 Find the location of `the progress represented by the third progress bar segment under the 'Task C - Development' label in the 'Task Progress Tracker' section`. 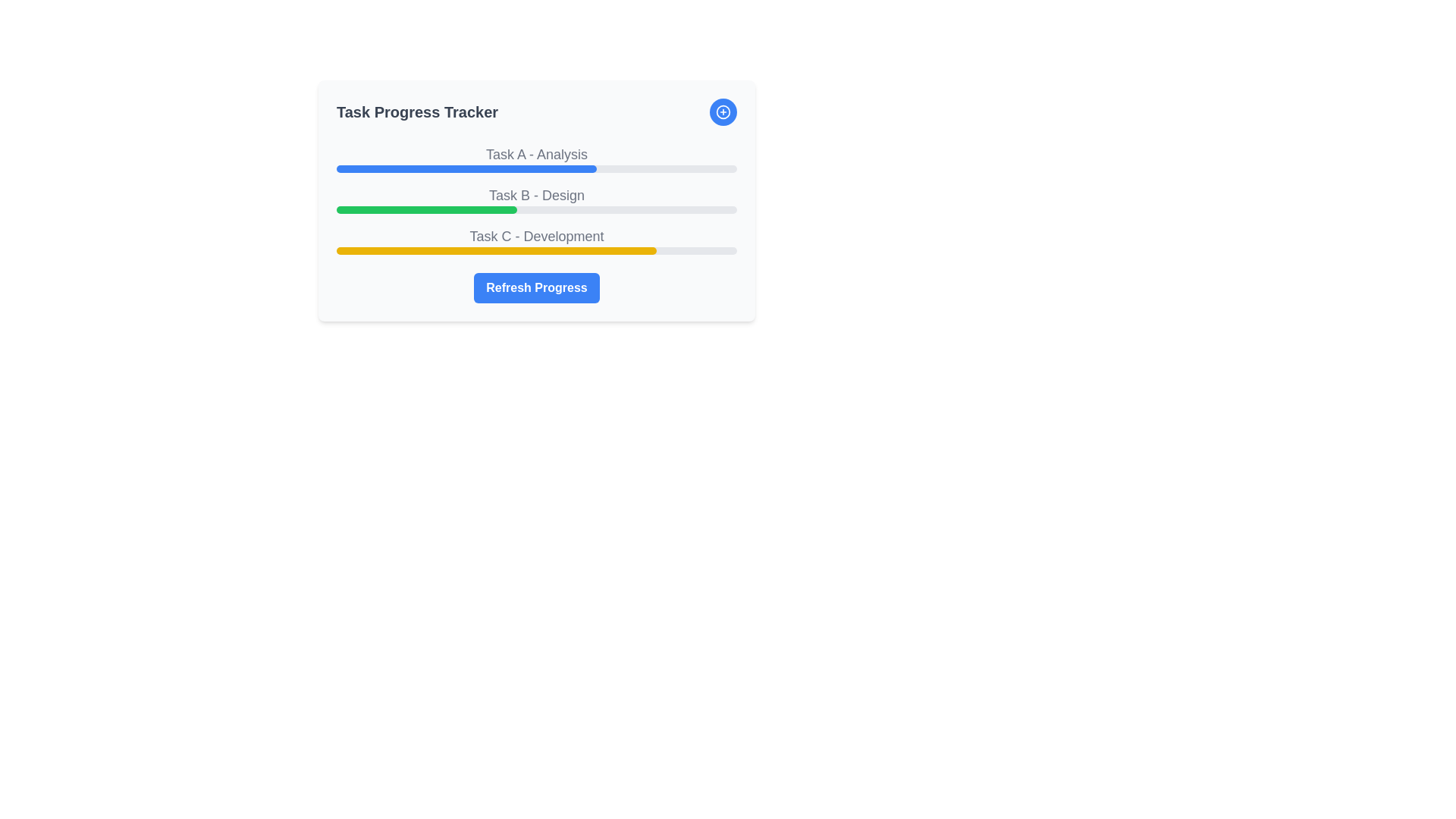

the progress represented by the third progress bar segment under the 'Task C - Development' label in the 'Task Progress Tracker' section is located at coordinates (497, 250).